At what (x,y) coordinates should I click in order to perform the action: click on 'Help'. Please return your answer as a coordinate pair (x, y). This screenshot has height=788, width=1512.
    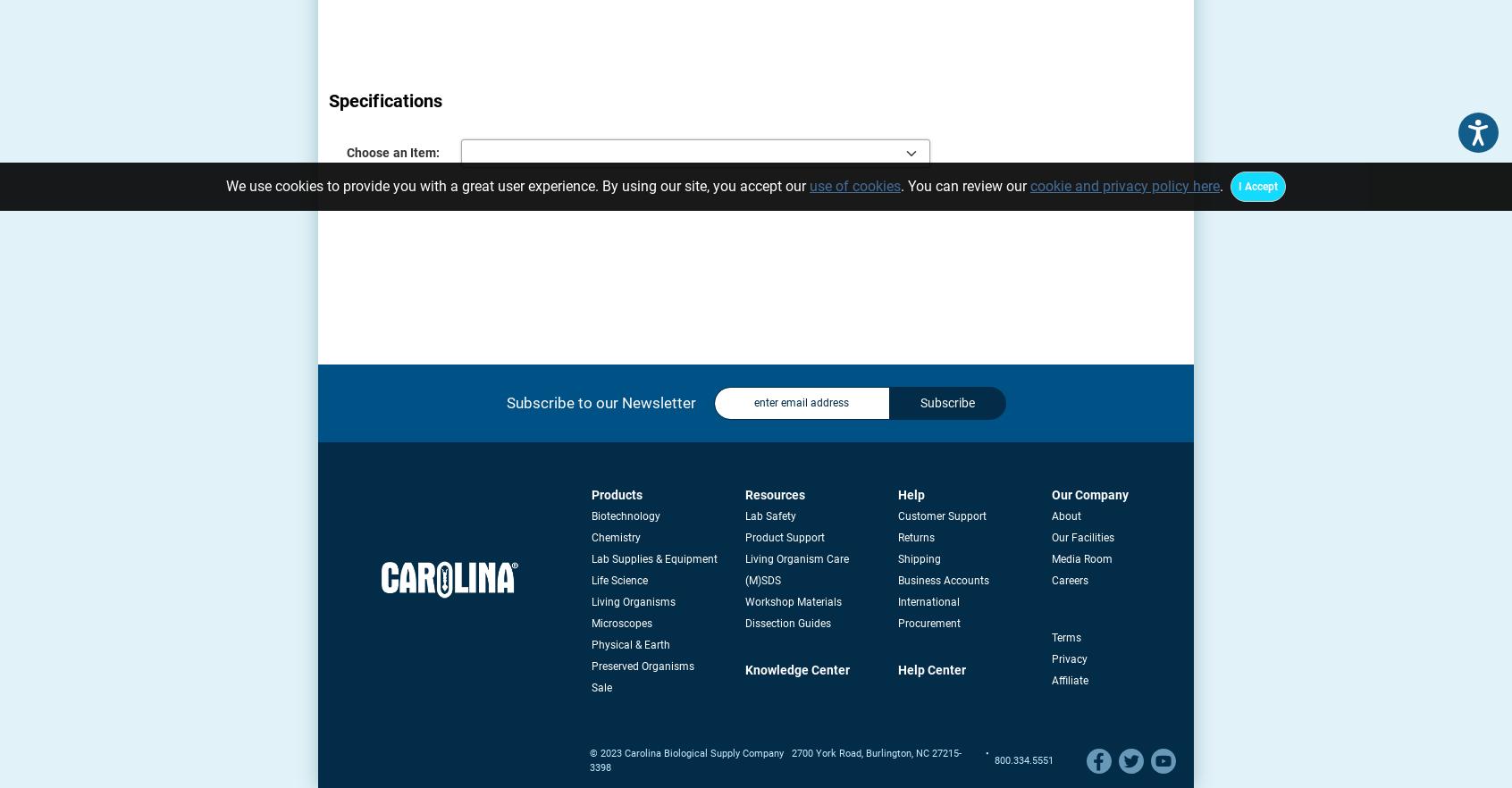
    Looking at the image, I should click on (910, 493).